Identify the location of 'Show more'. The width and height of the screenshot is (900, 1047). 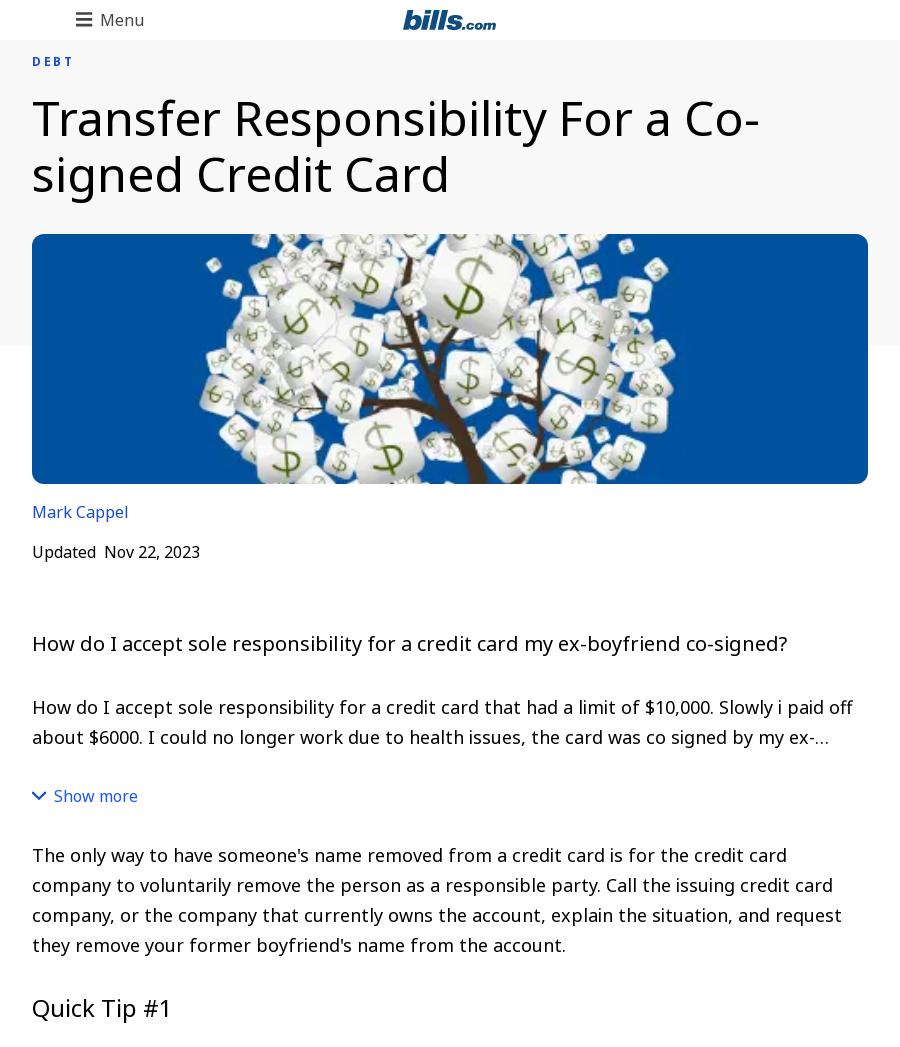
(95, 795).